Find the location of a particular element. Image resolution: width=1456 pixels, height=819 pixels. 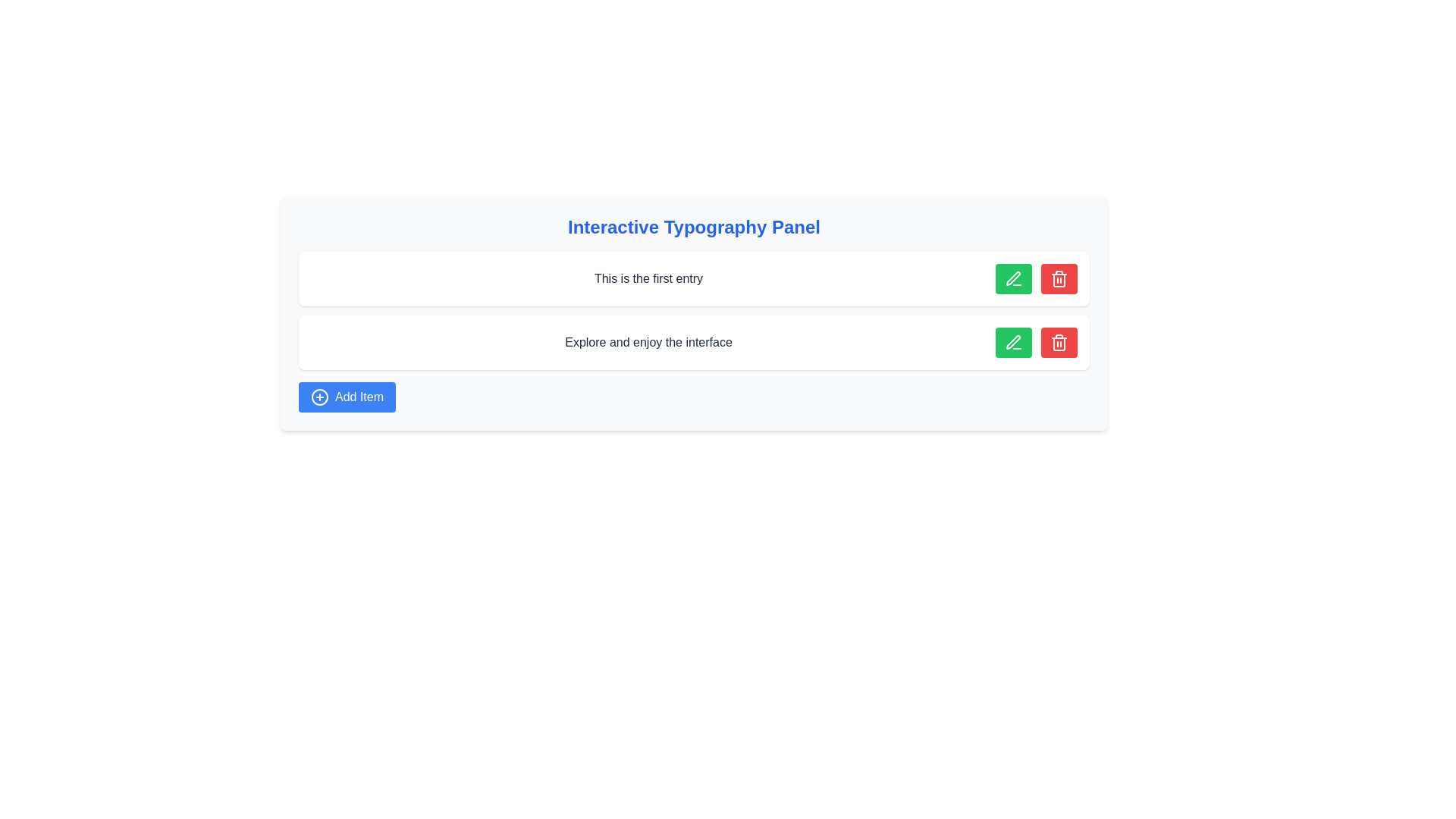

the green circular button containing an icon located to the right of the text 'This is the first entry' is located at coordinates (1014, 278).